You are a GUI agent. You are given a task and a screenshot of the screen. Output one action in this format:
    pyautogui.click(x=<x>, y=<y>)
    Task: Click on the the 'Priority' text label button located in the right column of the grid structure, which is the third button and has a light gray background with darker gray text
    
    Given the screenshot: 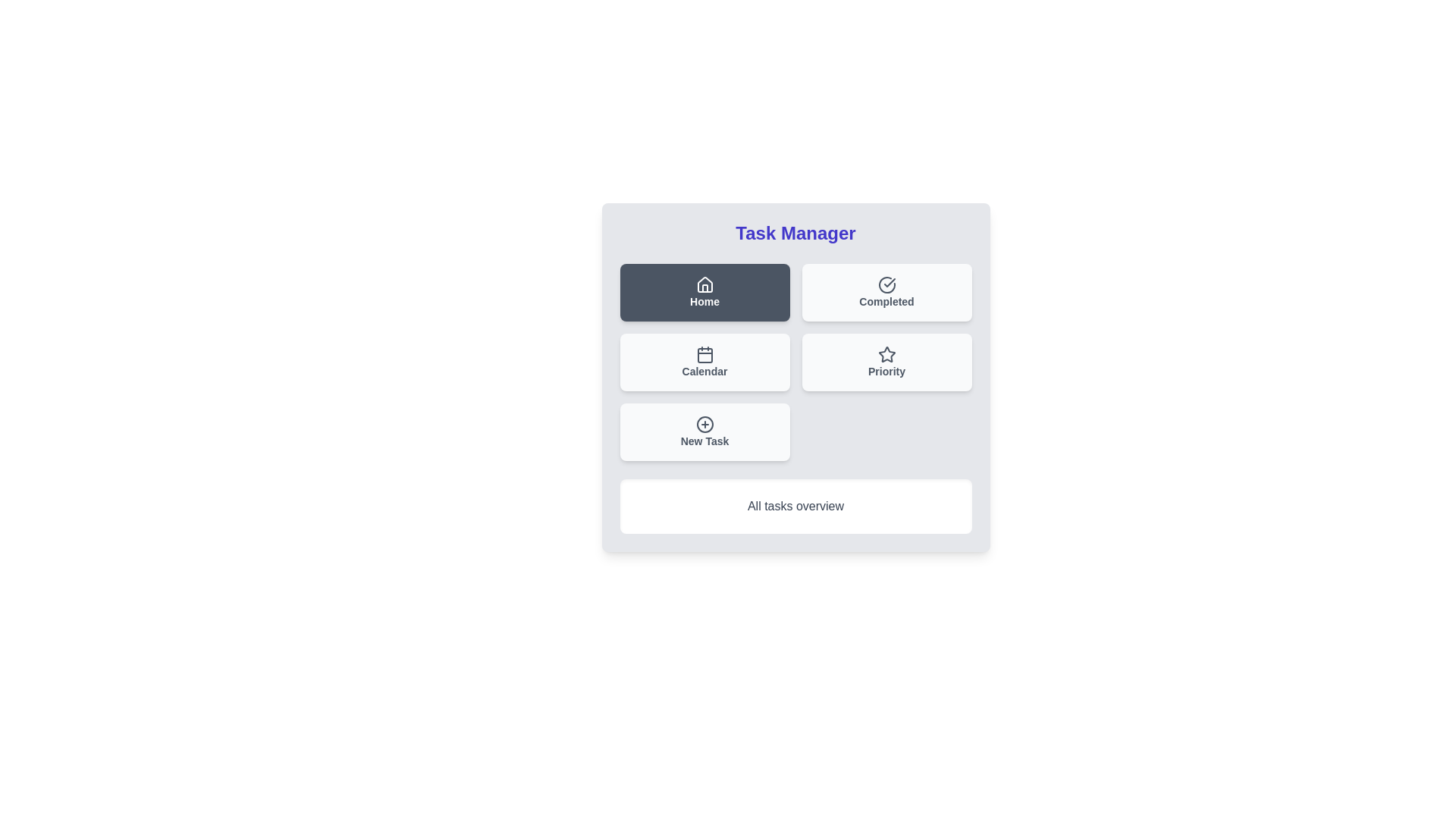 What is the action you would take?
    pyautogui.click(x=886, y=371)
    